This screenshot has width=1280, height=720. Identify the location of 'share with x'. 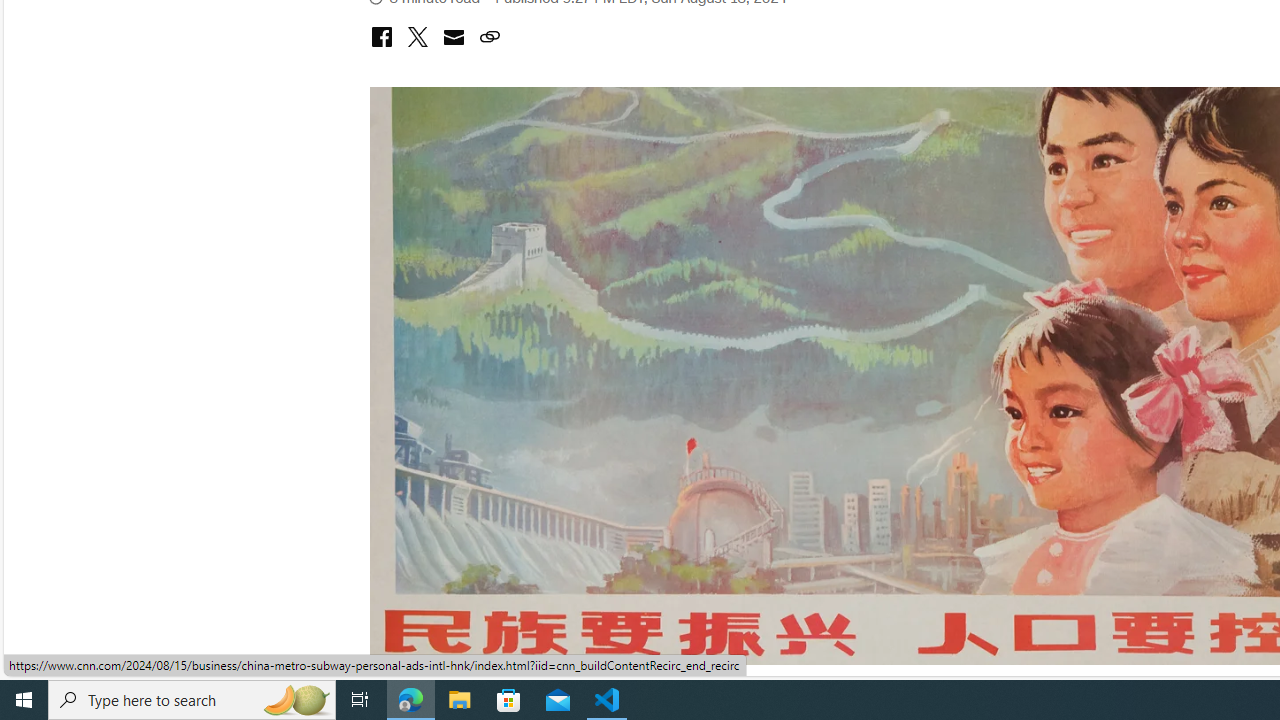
(416, 38).